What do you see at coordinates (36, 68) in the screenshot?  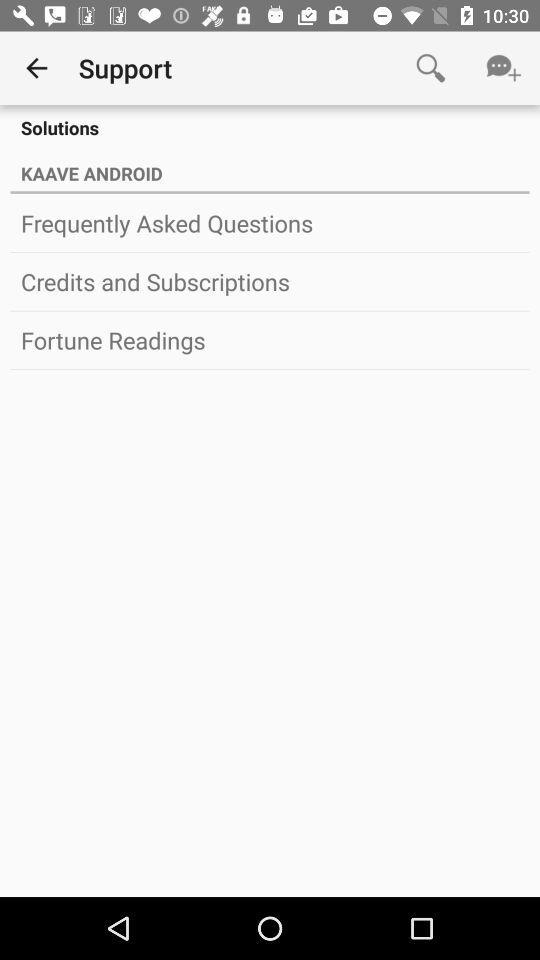 I see `the item above solutions item` at bounding box center [36, 68].